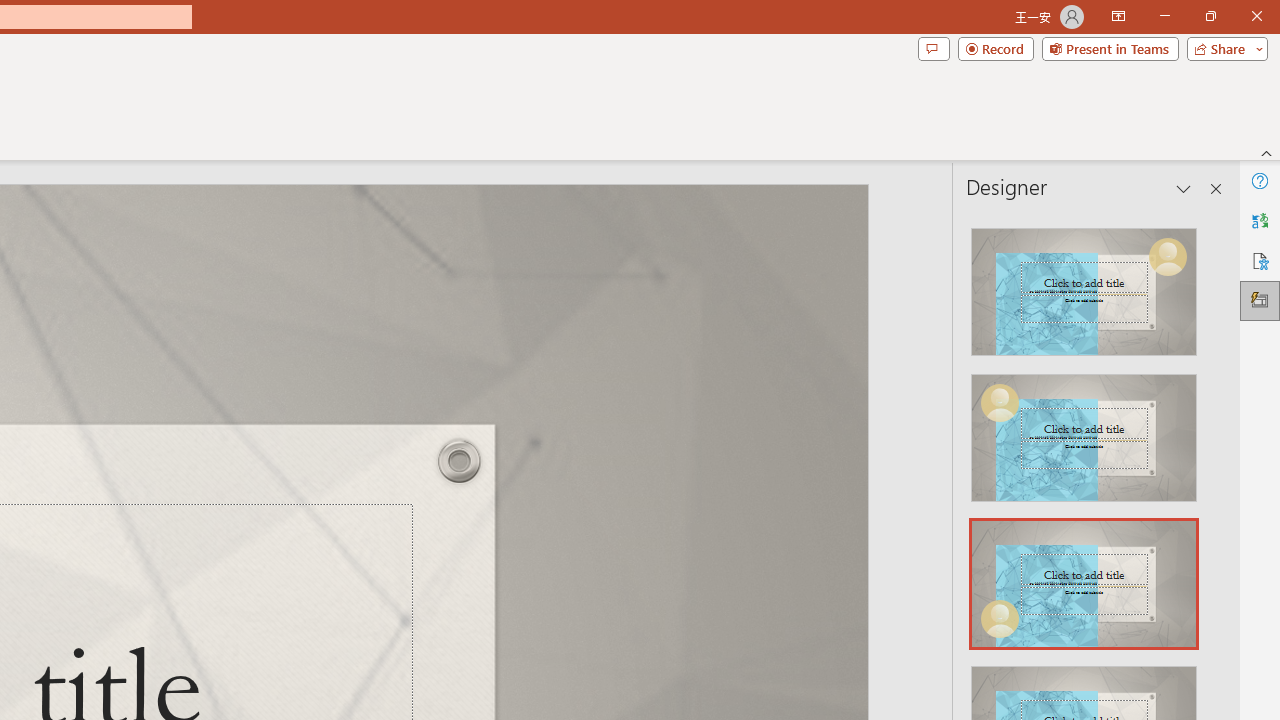 The image size is (1280, 720). I want to click on 'Task Pane Options', so click(1184, 189).